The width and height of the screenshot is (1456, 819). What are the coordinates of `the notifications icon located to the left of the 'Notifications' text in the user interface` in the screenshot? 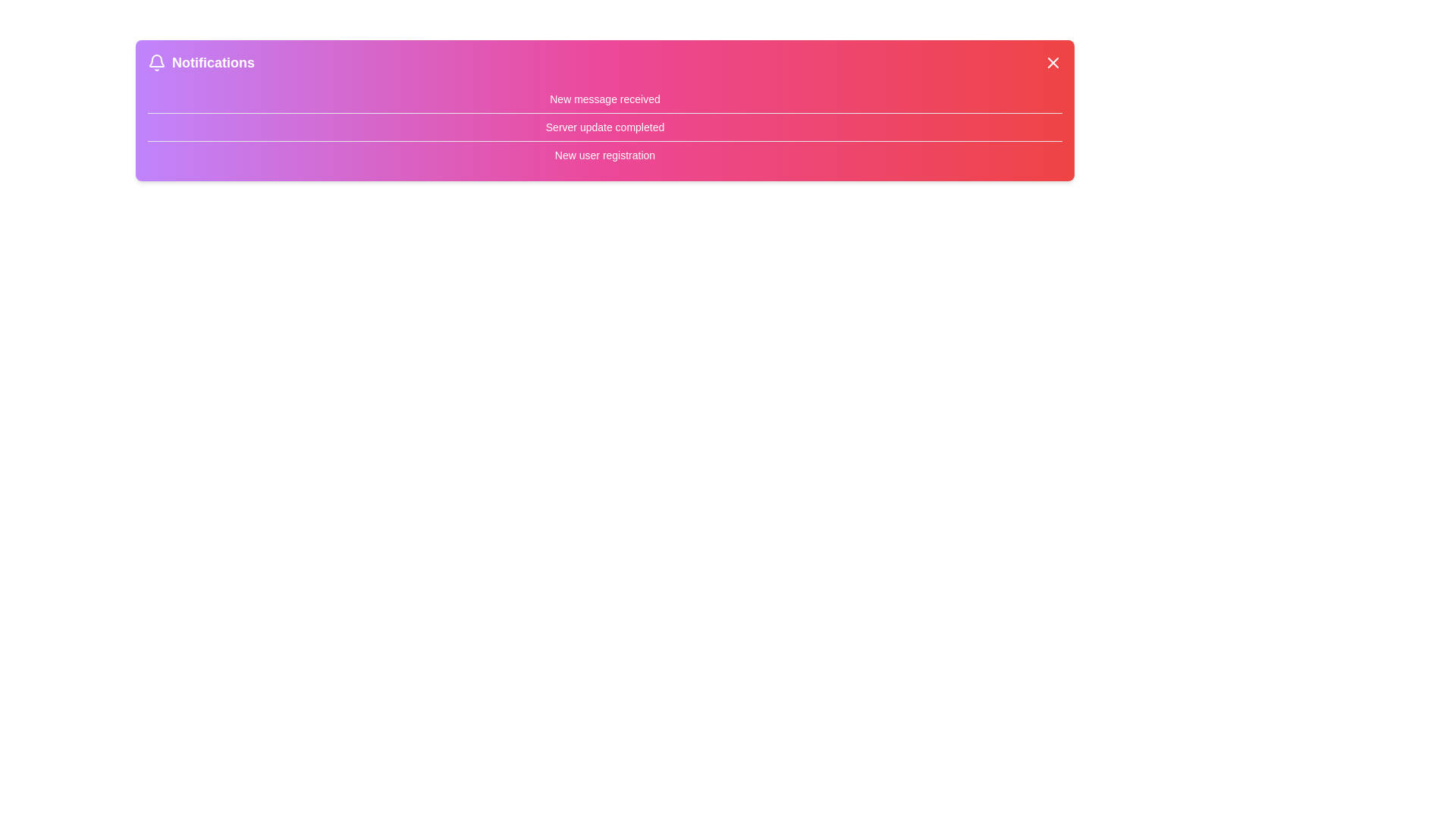 It's located at (156, 62).